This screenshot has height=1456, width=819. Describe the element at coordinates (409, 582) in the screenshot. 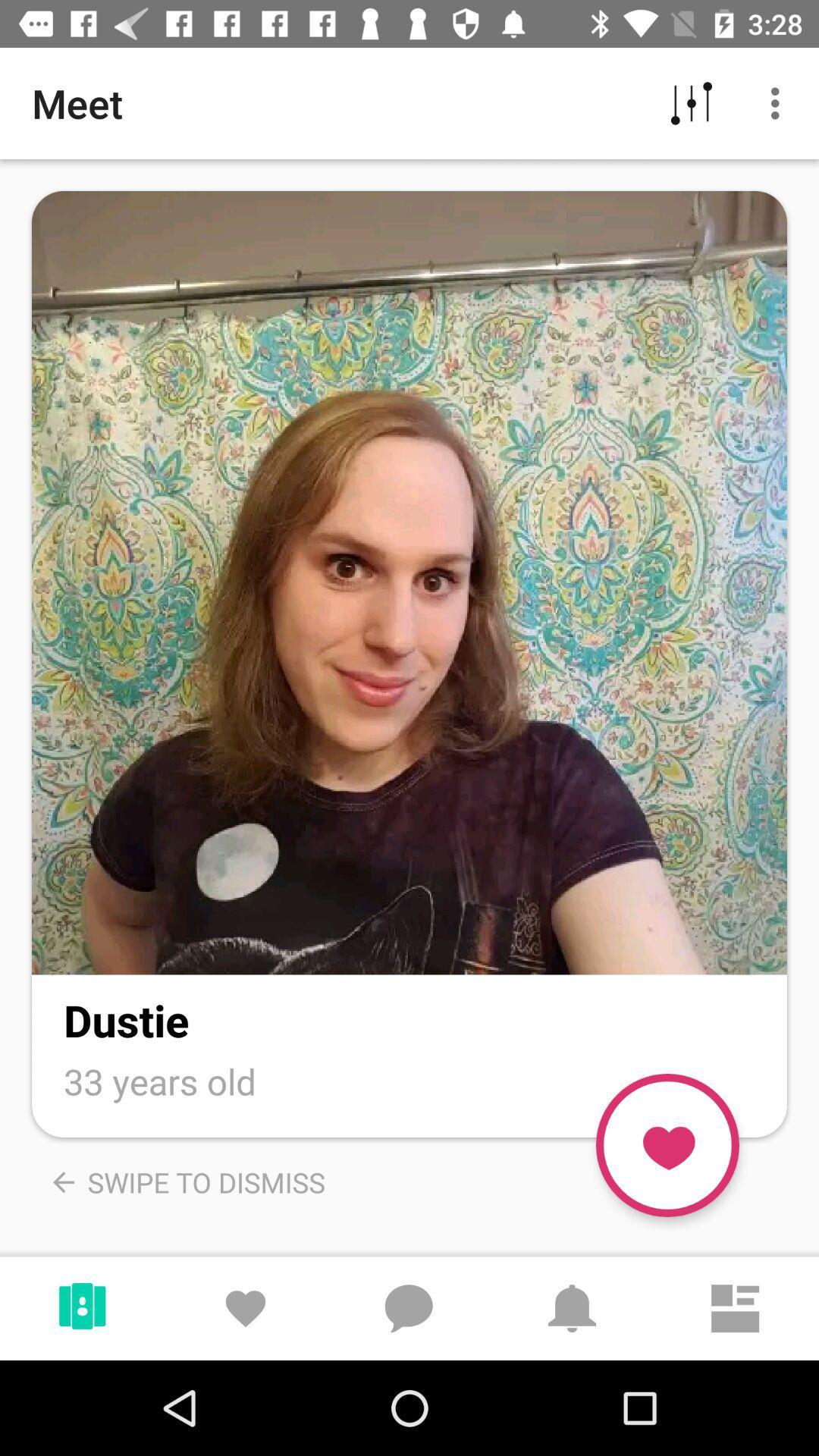

I see `photos` at that location.